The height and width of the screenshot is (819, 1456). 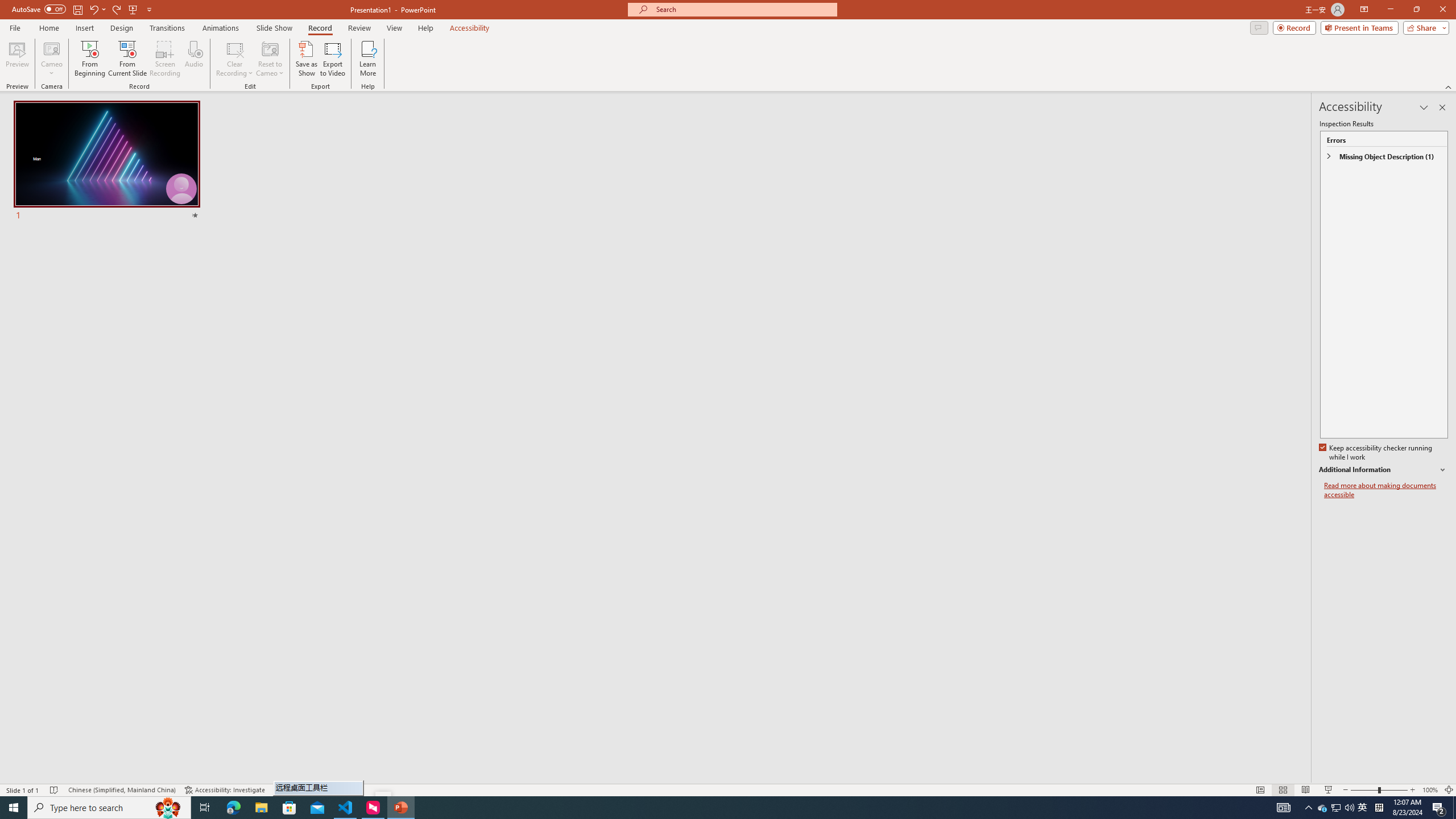 I want to click on 'Microsoft search', so click(x=742, y=9).